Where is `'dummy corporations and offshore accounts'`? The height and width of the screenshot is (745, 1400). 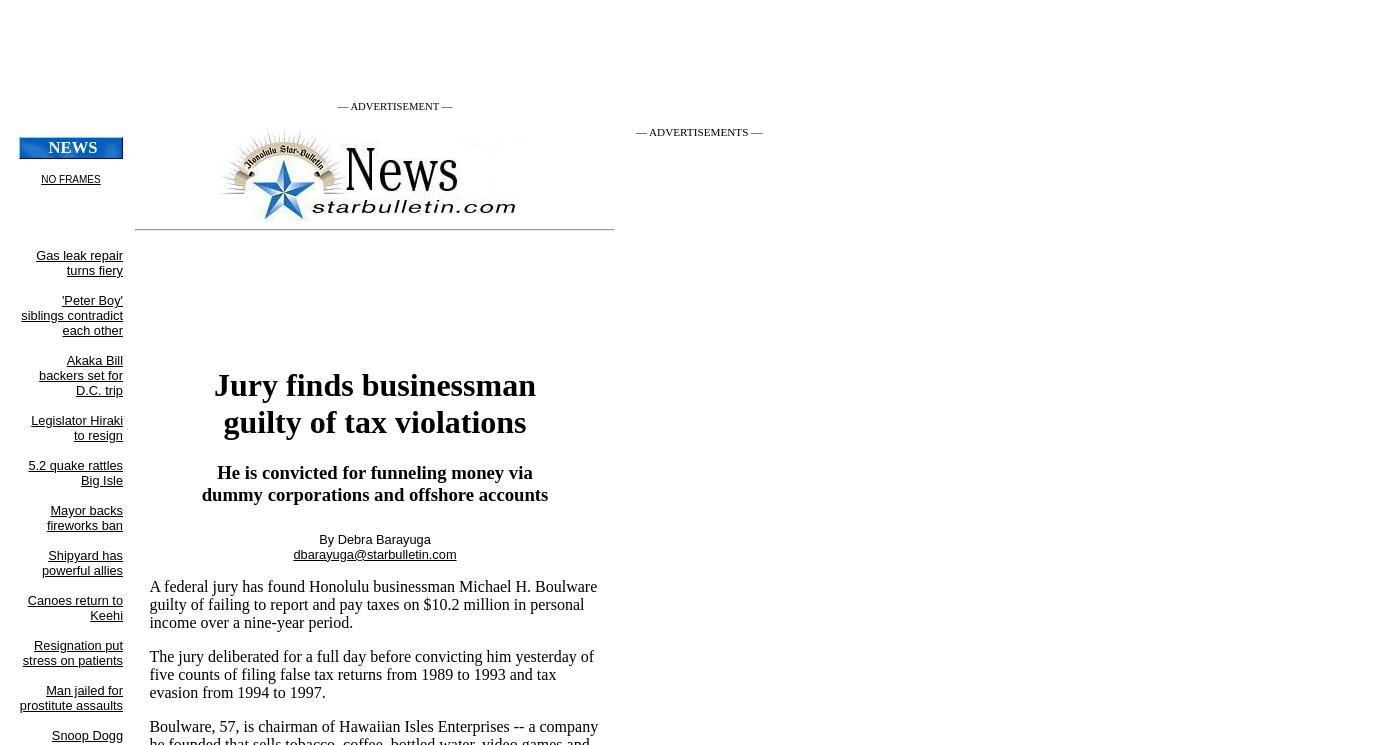
'dummy corporations and offshore accounts' is located at coordinates (374, 494).